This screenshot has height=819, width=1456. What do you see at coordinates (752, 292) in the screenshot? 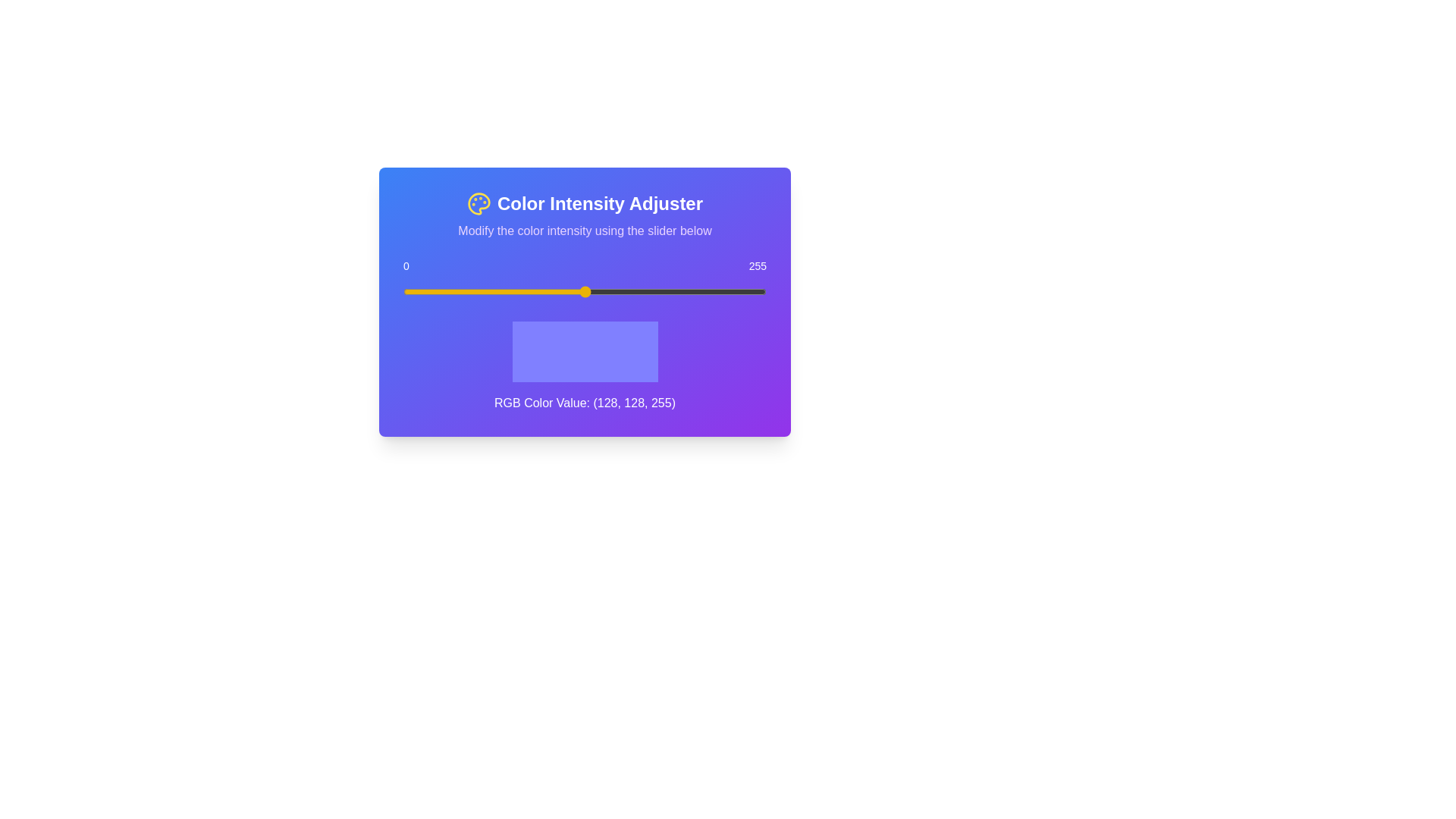
I see `the slider to set the color intensity to 245` at bounding box center [752, 292].